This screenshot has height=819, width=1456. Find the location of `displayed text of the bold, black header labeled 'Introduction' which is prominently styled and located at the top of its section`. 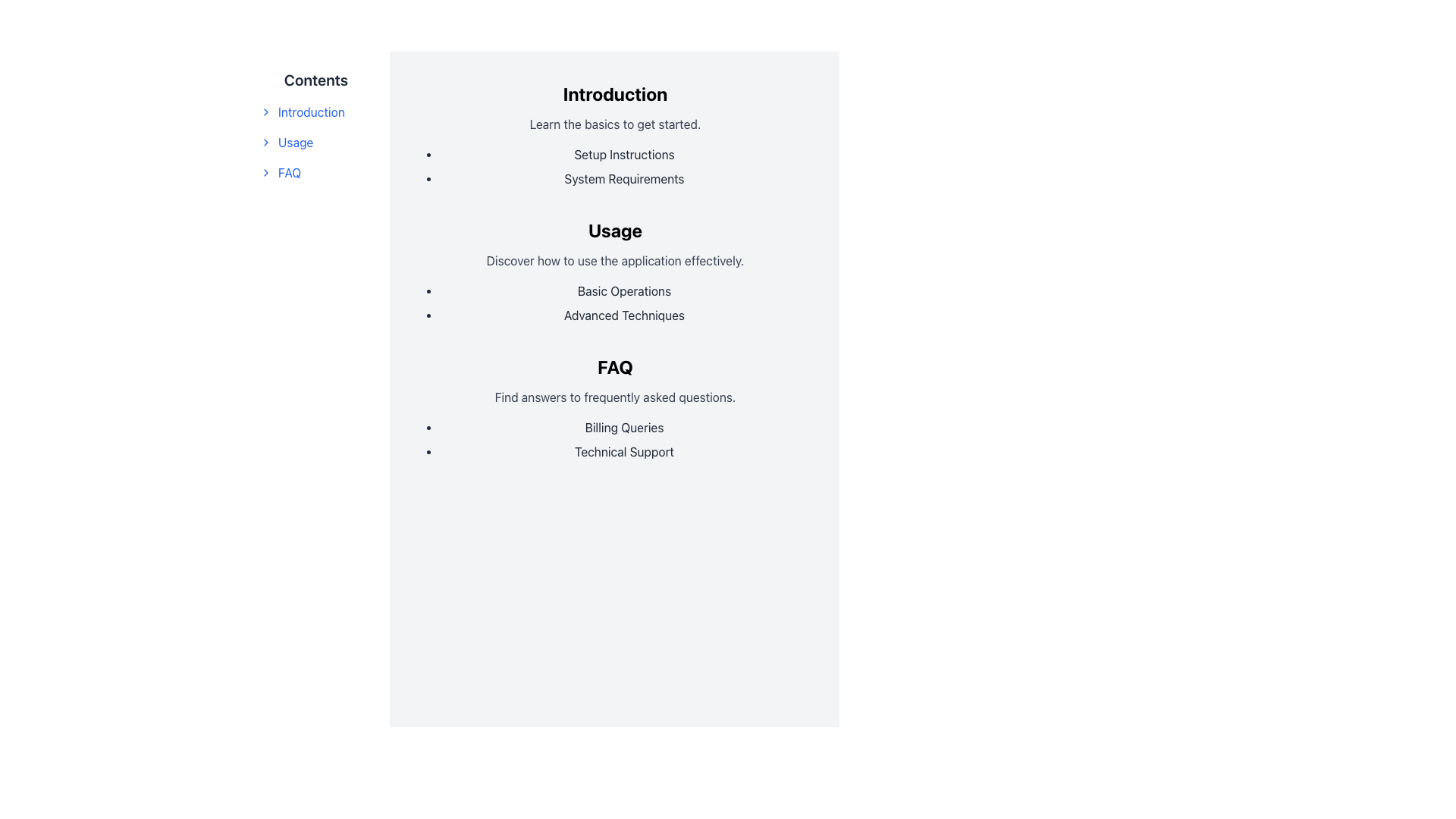

displayed text of the bold, black header labeled 'Introduction' which is prominently styled and located at the top of its section is located at coordinates (615, 93).